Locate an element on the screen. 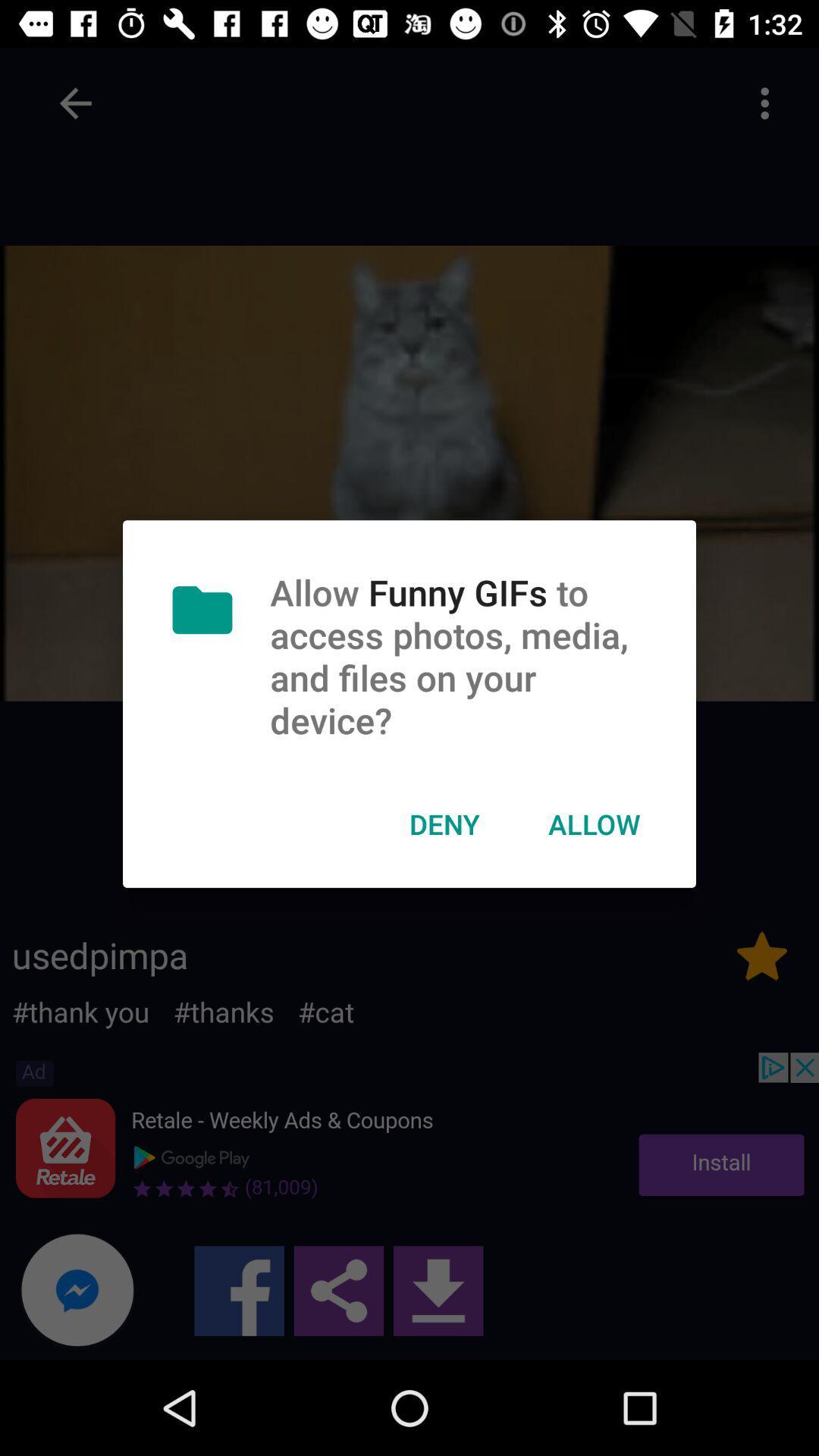 Image resolution: width=819 pixels, height=1456 pixels. menu option is located at coordinates (764, 102).